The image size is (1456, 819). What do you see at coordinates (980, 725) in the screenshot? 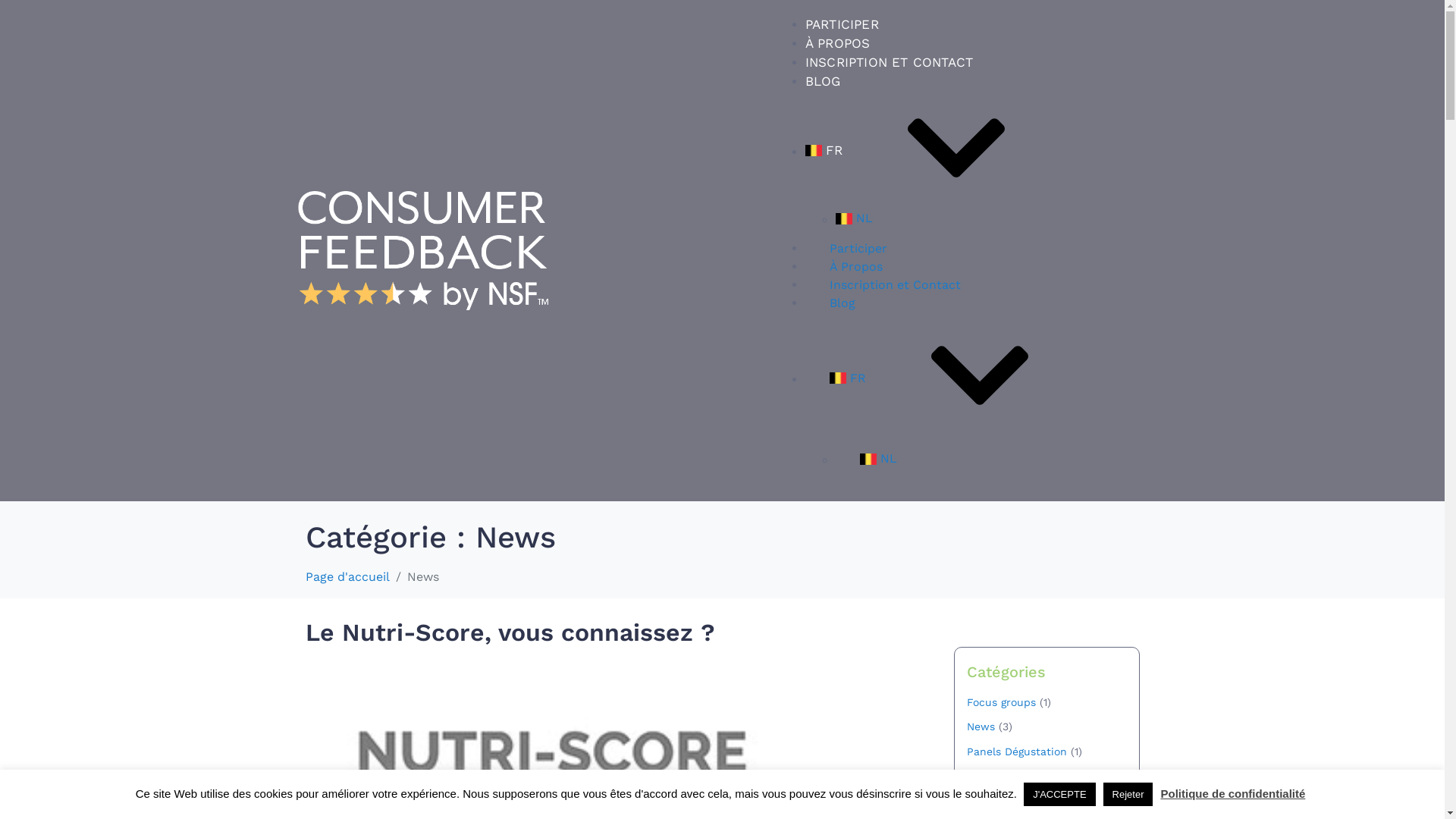
I see `'News'` at bounding box center [980, 725].